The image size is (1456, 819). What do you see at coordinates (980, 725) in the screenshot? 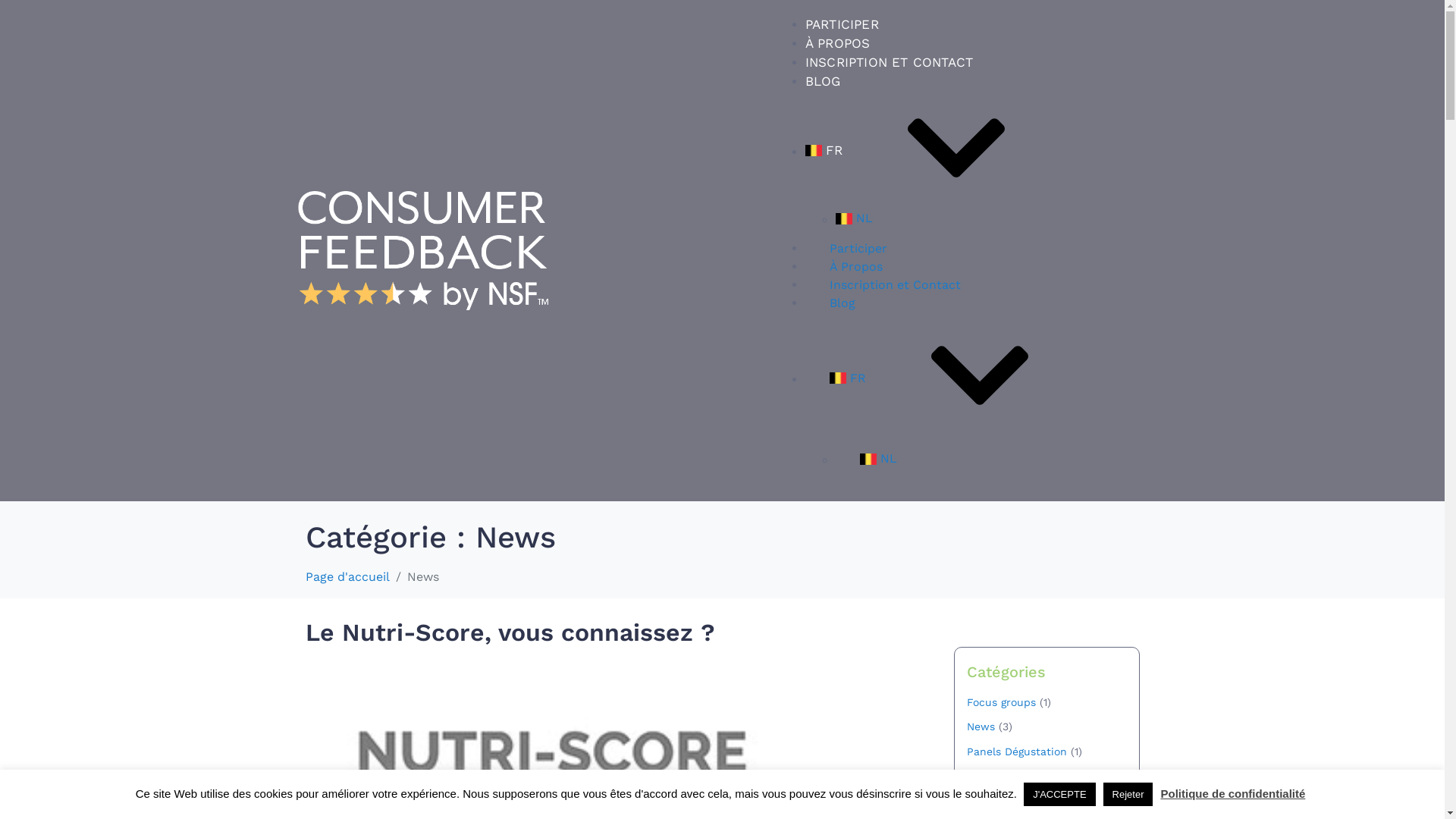
I see `'News'` at bounding box center [980, 725].